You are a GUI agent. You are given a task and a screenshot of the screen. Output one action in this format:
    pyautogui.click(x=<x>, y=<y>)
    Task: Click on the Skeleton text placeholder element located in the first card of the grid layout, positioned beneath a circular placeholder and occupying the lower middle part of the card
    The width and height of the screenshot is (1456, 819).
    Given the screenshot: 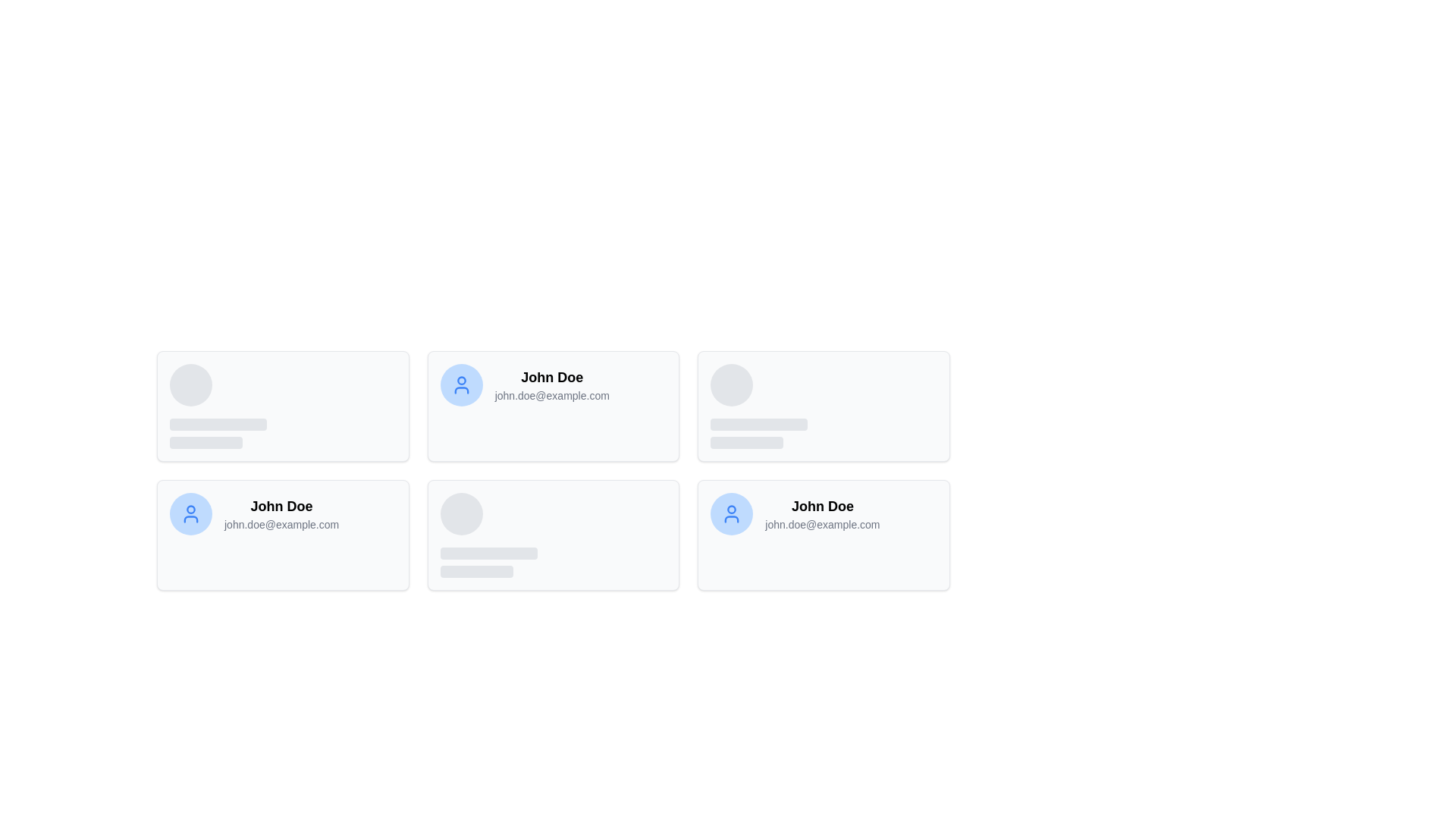 What is the action you would take?
    pyautogui.click(x=218, y=433)
    